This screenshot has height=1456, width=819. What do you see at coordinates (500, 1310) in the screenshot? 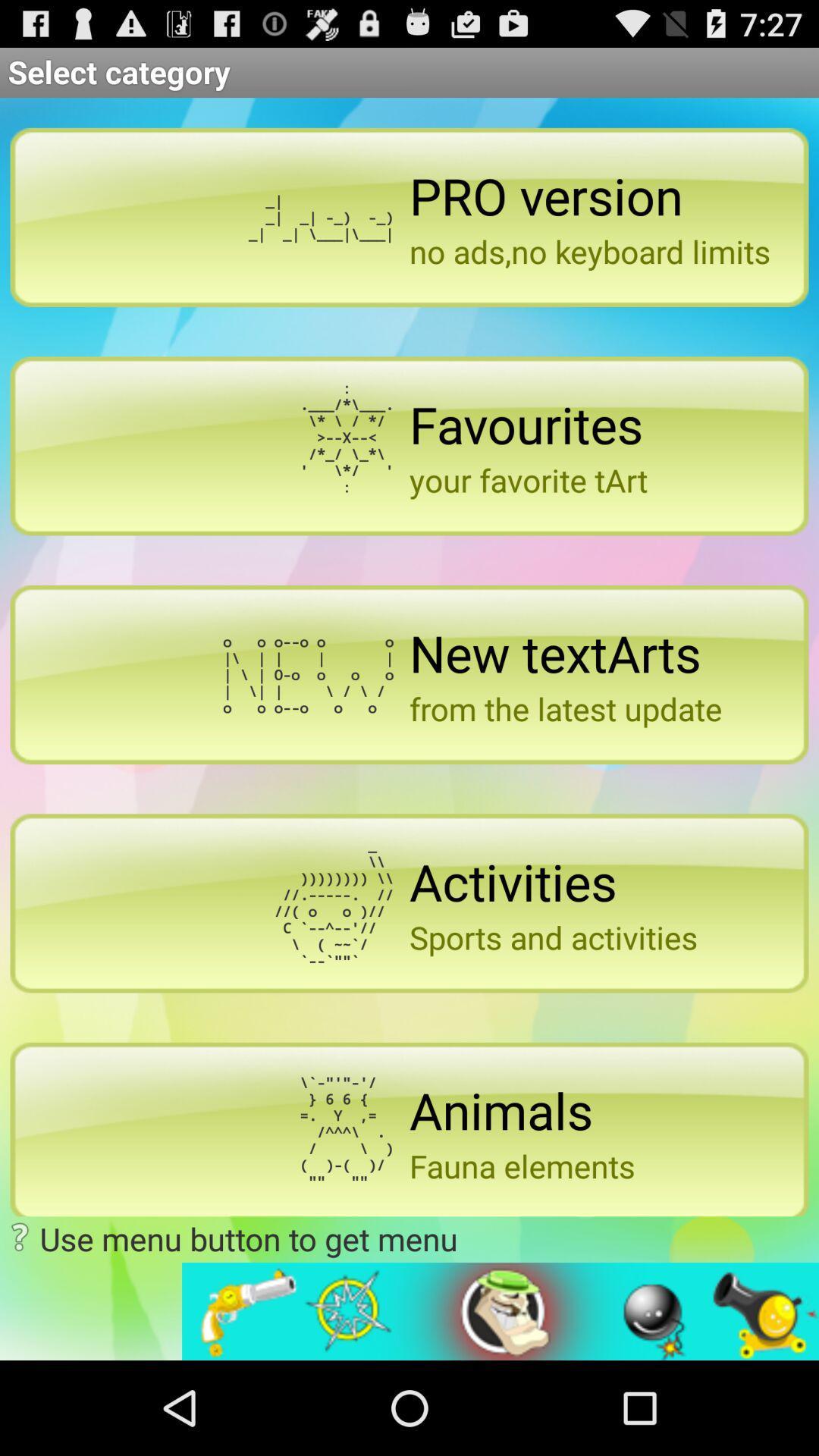
I see `menu` at bounding box center [500, 1310].